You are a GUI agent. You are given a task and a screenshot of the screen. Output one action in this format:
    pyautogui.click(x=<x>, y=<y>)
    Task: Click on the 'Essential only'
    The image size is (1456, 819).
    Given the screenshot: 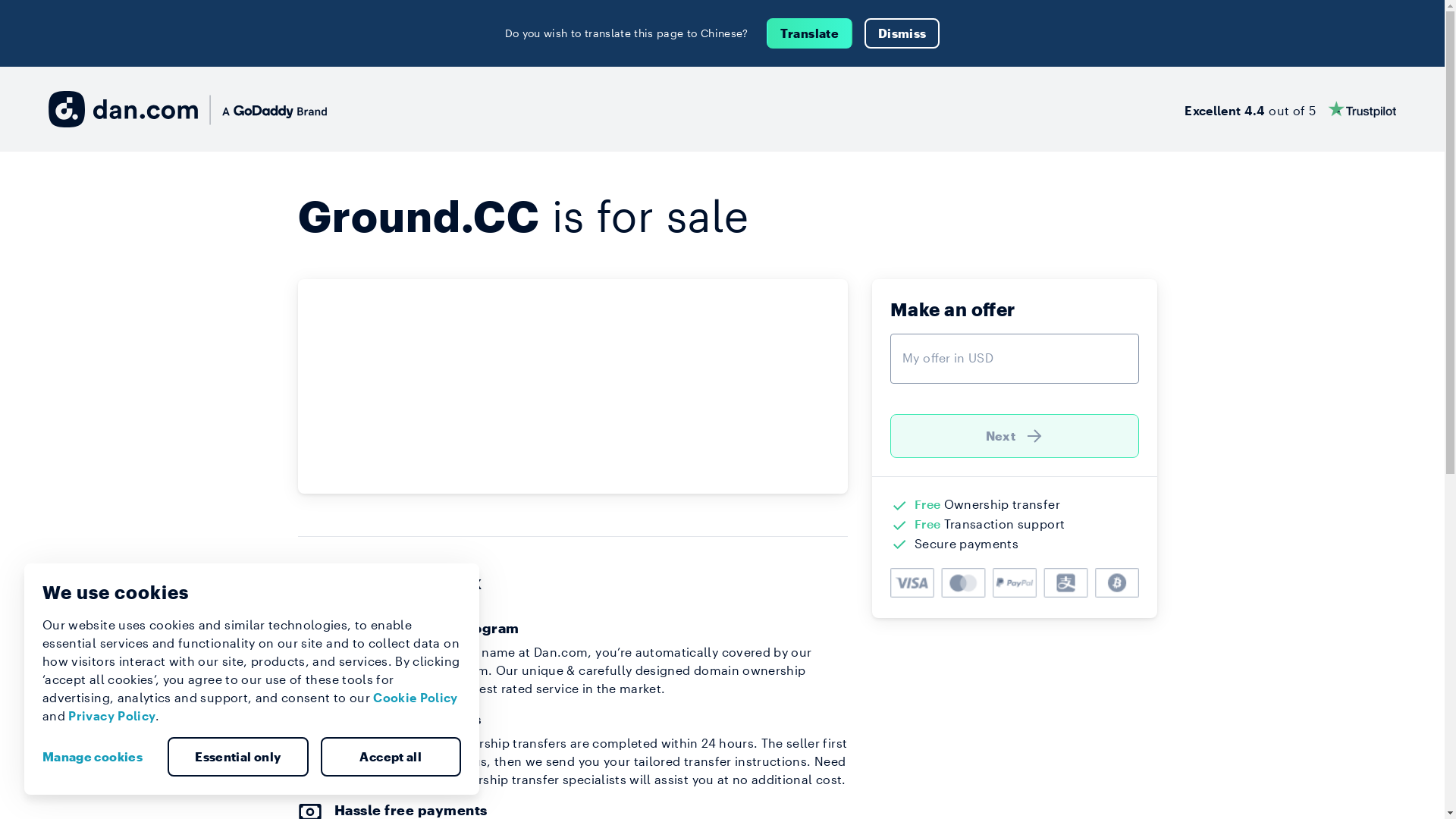 What is the action you would take?
    pyautogui.click(x=237, y=757)
    